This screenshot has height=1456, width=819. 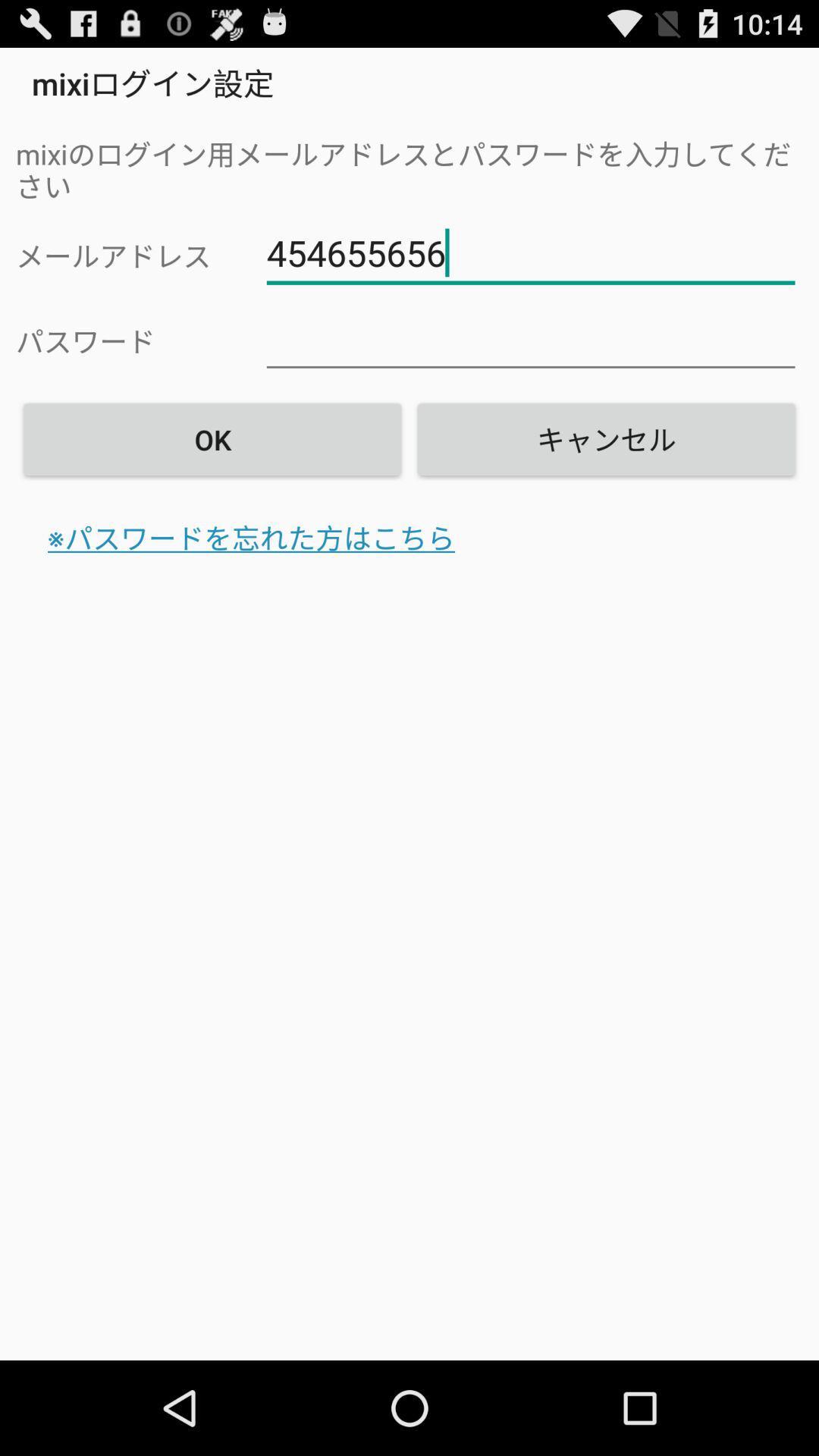 I want to click on the item above ok item, so click(x=530, y=253).